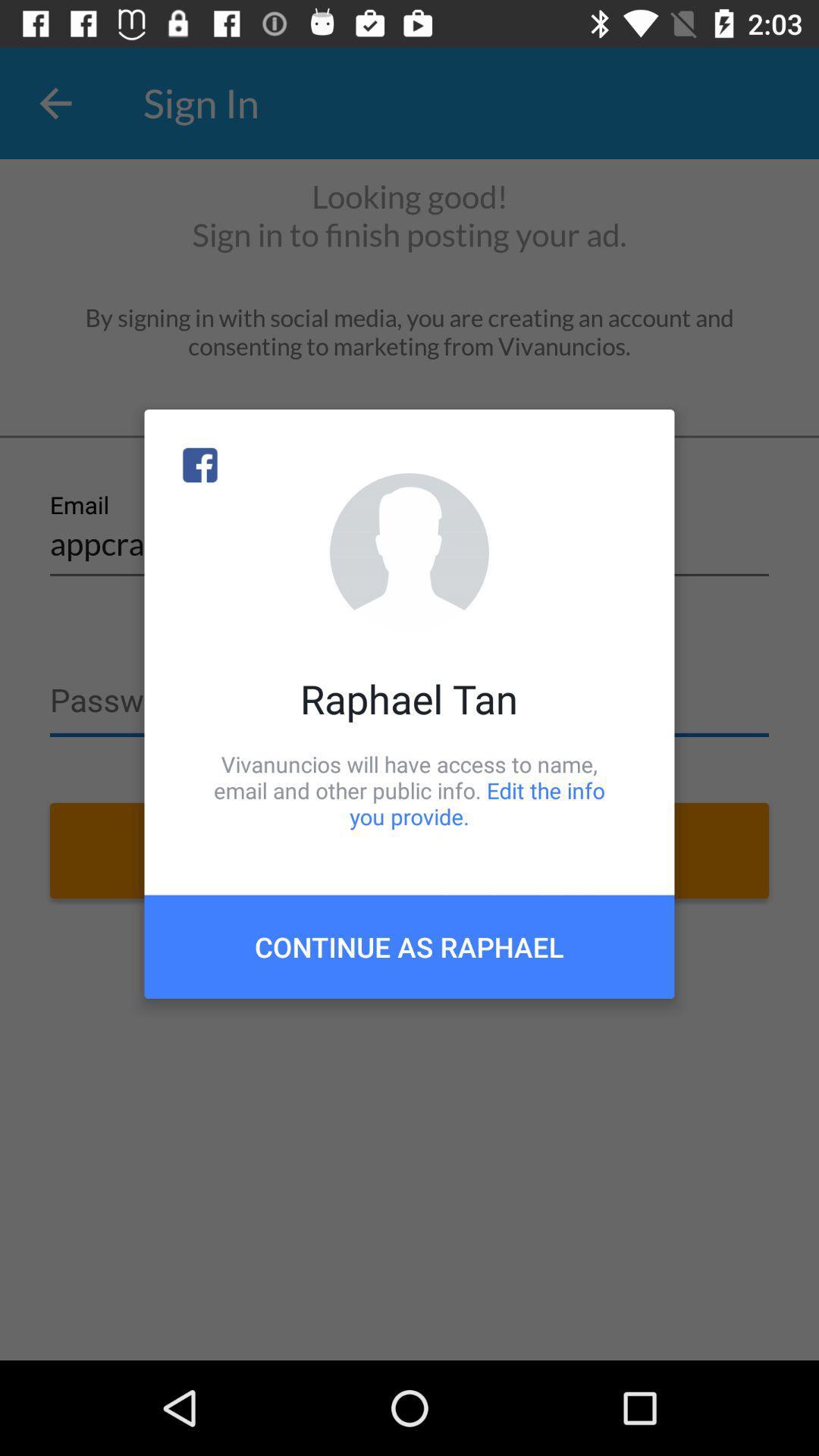  I want to click on vivanuncios will have item, so click(409, 789).